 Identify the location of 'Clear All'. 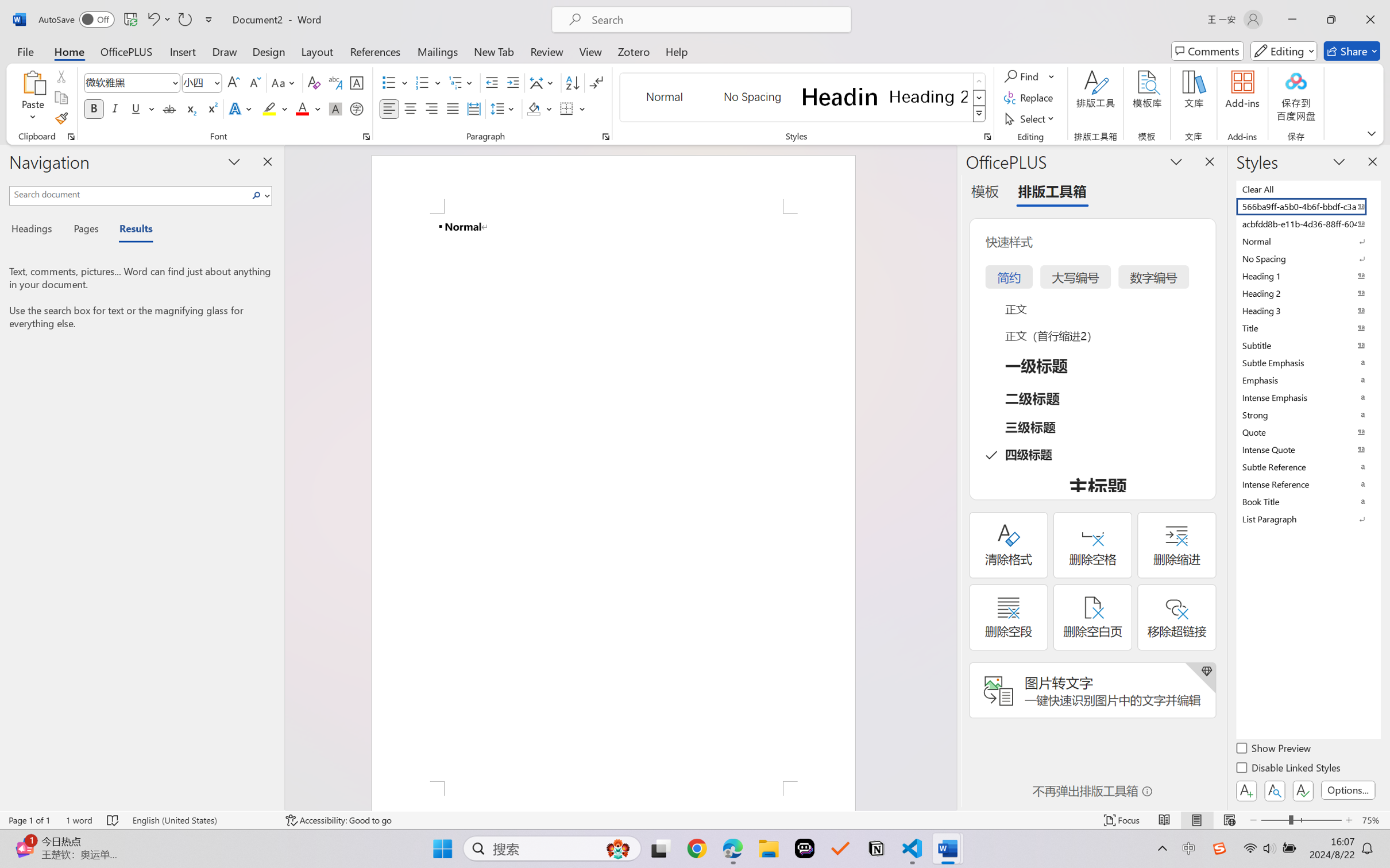
(1307, 188).